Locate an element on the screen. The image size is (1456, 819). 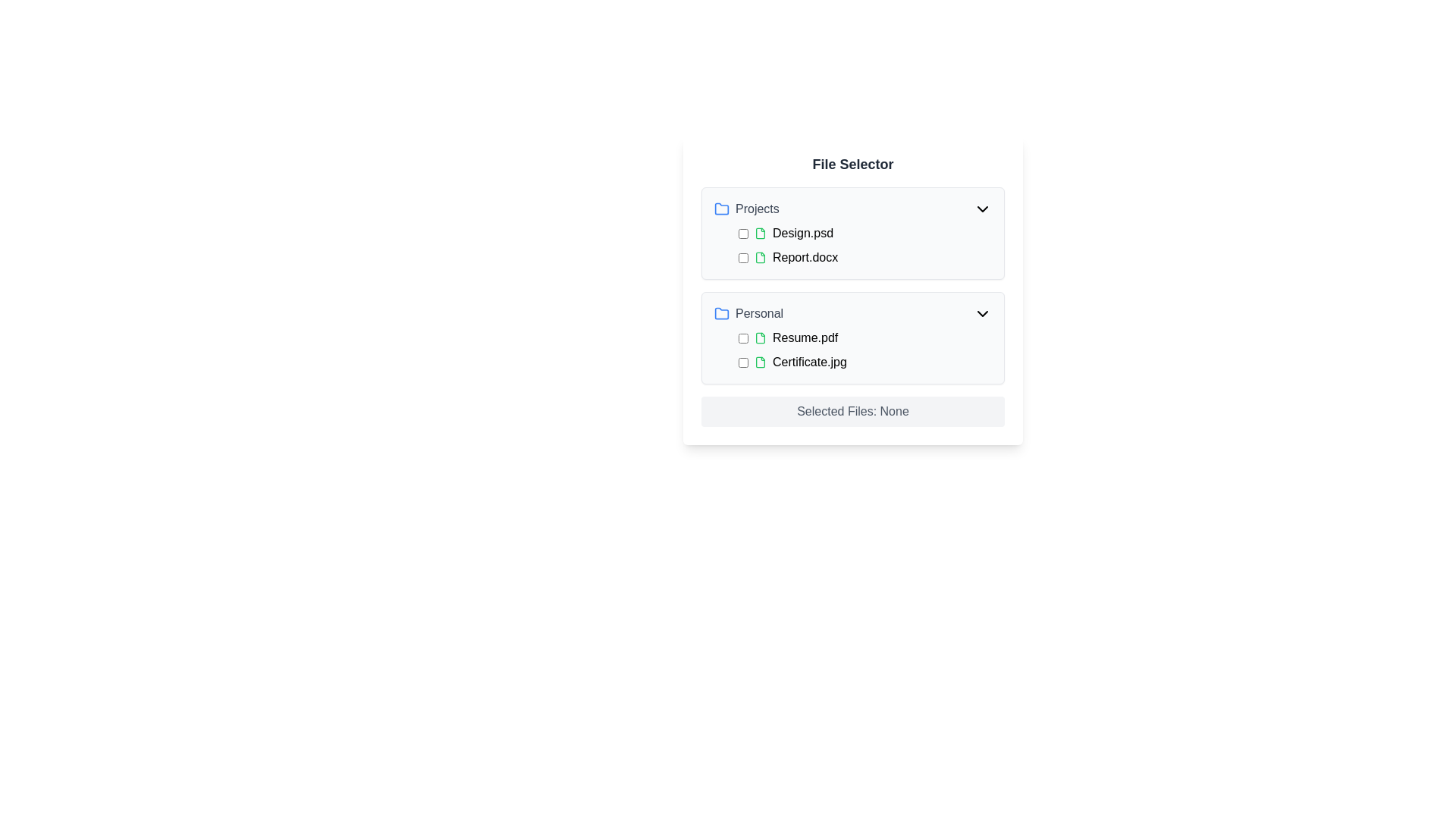
the checkbox located to the left of the file name 'Certificate.jpg' is located at coordinates (743, 362).